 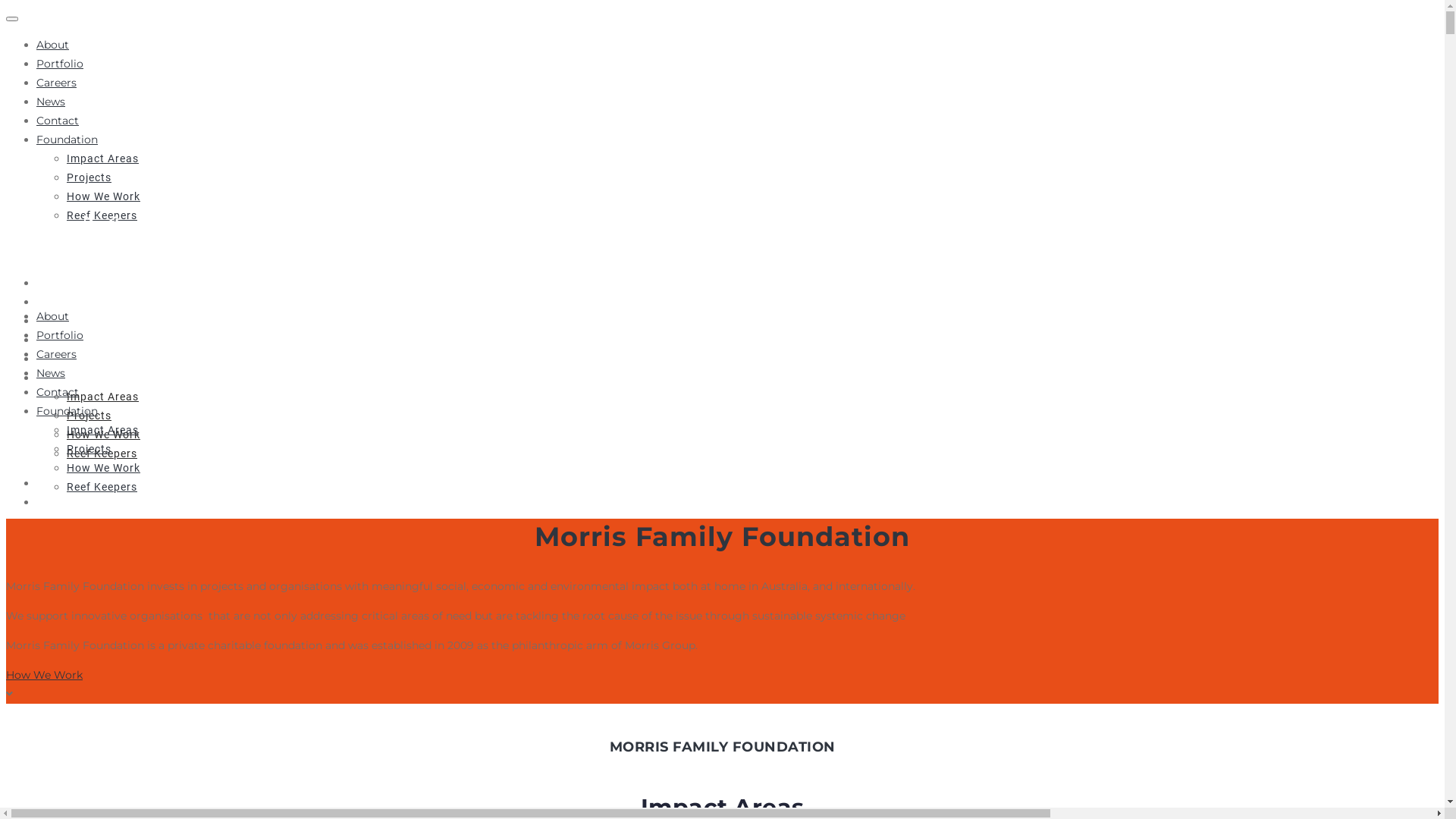 I want to click on 'How We Work', so click(x=44, y=674).